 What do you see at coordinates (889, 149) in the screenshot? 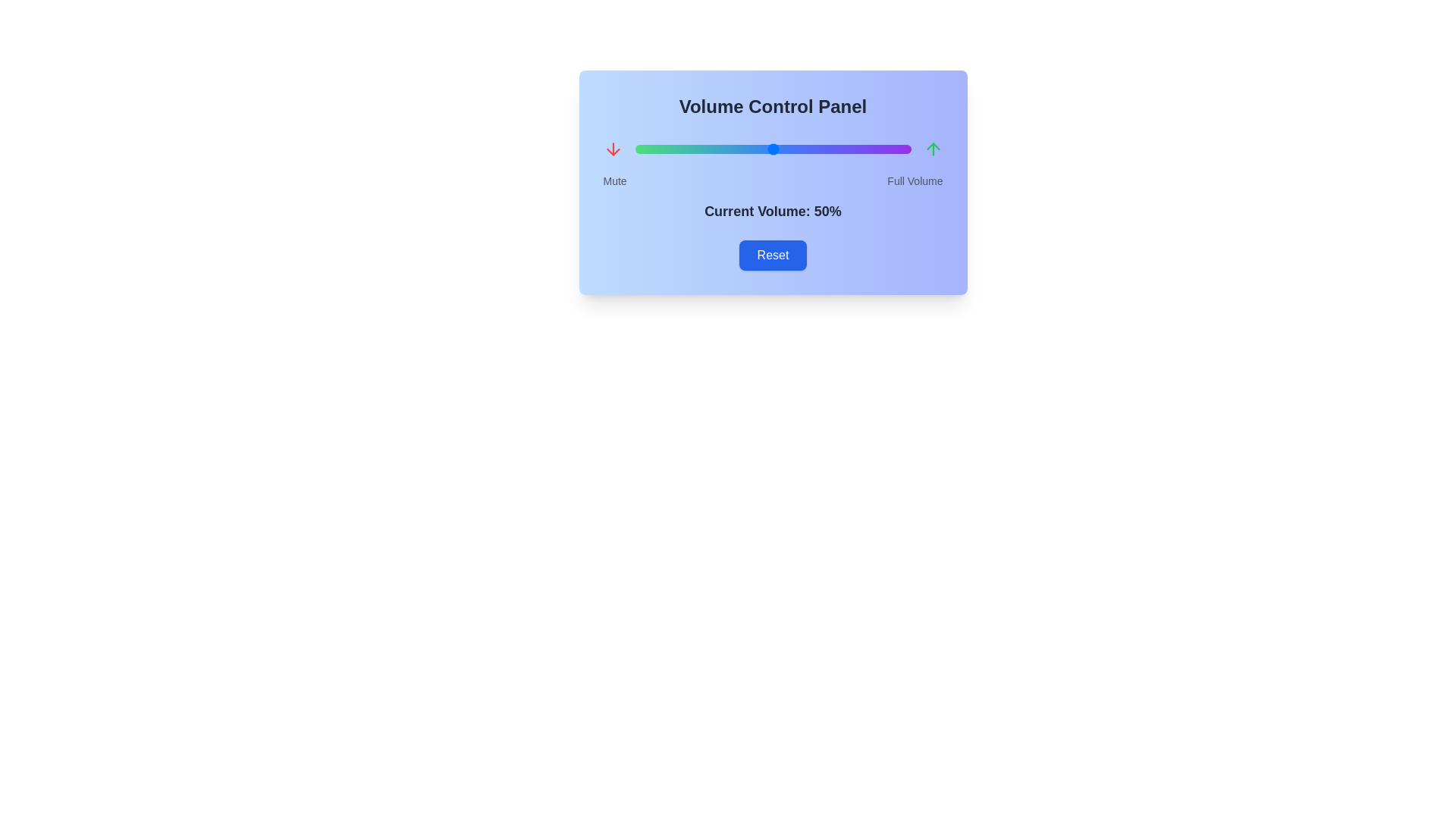
I see `the volume slider to set the volume to 92%` at bounding box center [889, 149].